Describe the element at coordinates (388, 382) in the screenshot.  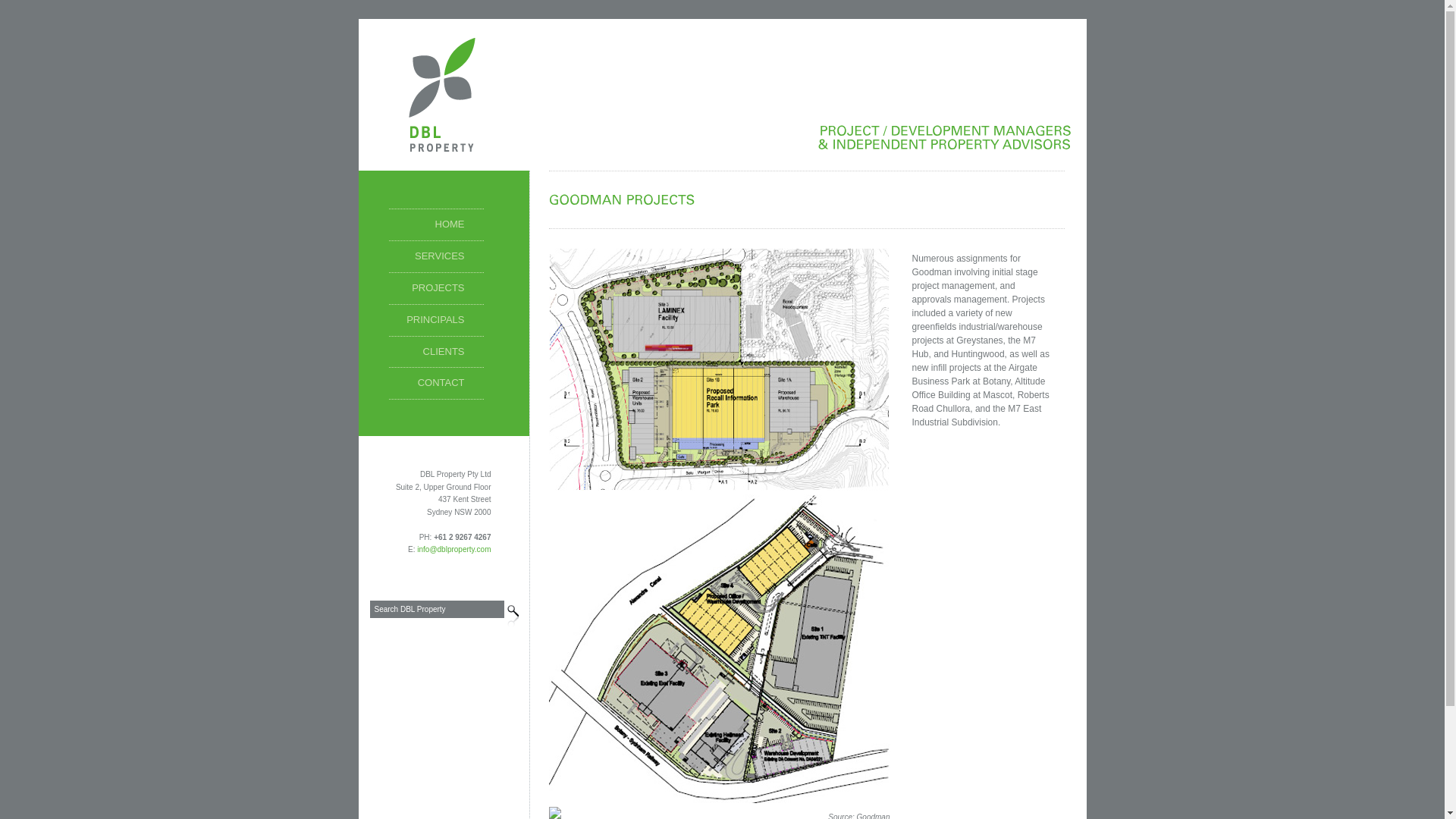
I see `'CONTACT'` at that location.